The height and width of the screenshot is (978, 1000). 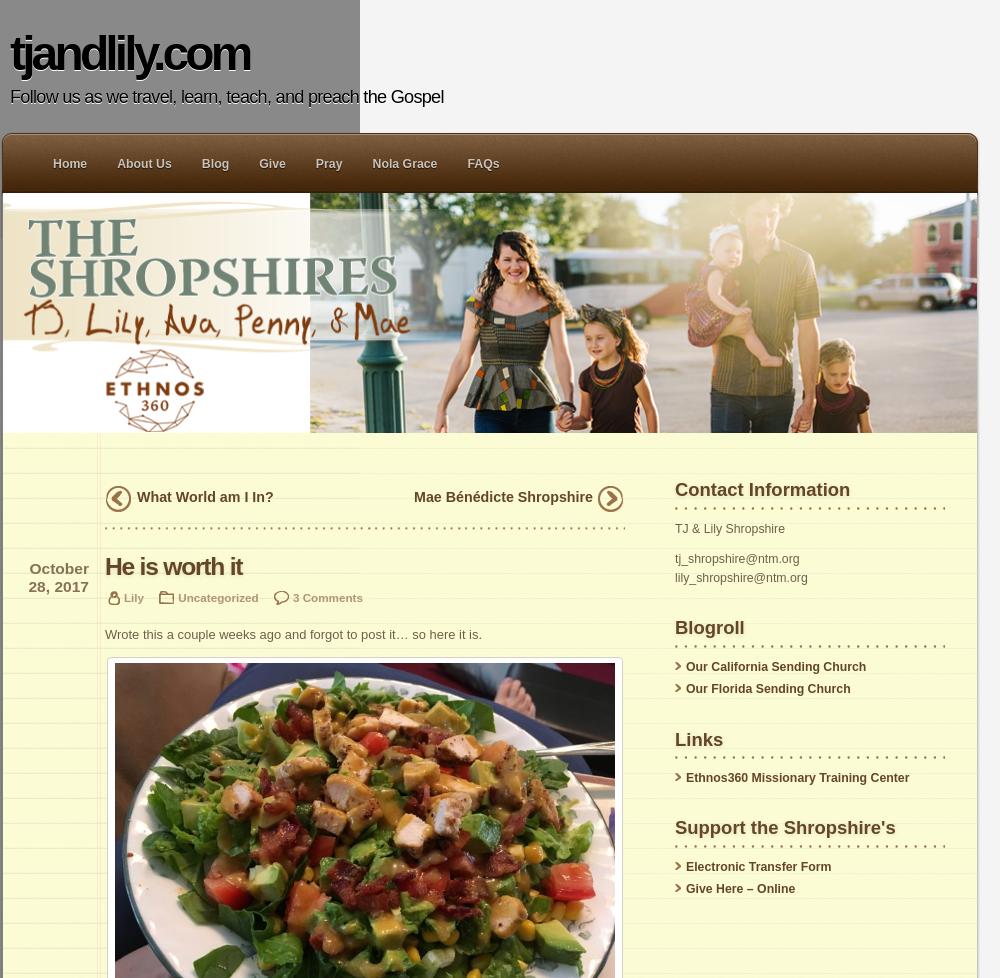 I want to click on 'Blogroll', so click(x=708, y=627).